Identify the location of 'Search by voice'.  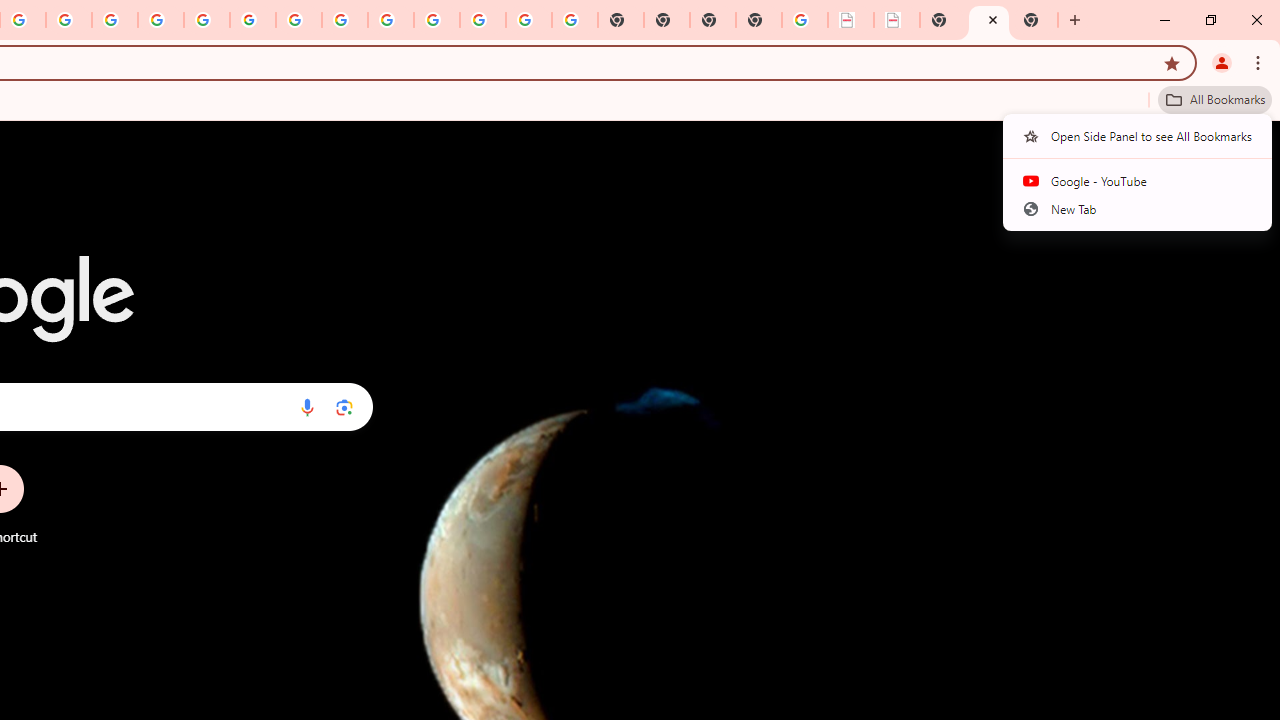
(306, 406).